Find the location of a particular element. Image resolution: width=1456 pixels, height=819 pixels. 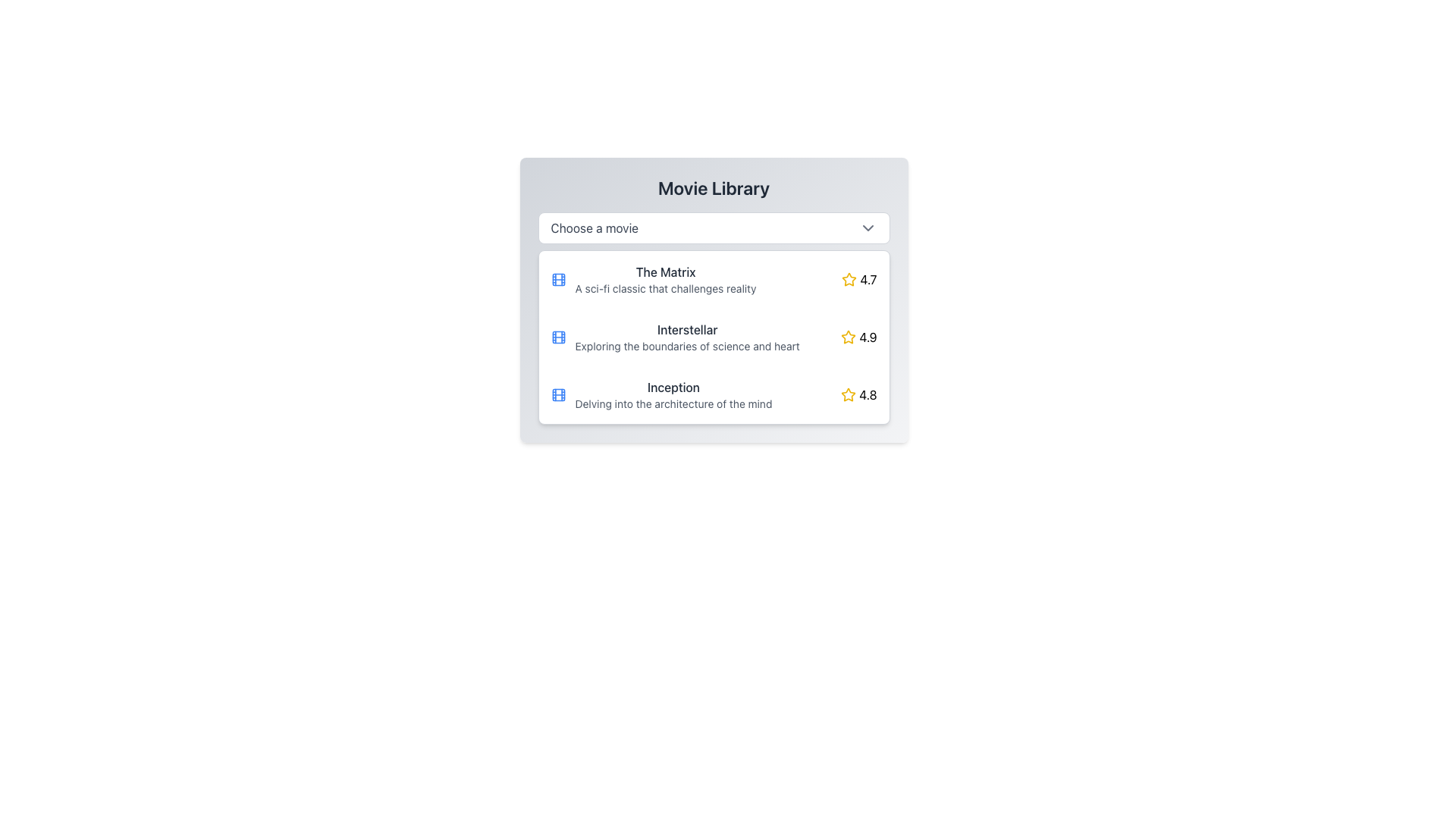

and understand the numerical rating (4.7) displayed in the Text label for the movie "The Matrix", which is located to the right of the star icon in the first list item of the movie ratings is located at coordinates (868, 280).